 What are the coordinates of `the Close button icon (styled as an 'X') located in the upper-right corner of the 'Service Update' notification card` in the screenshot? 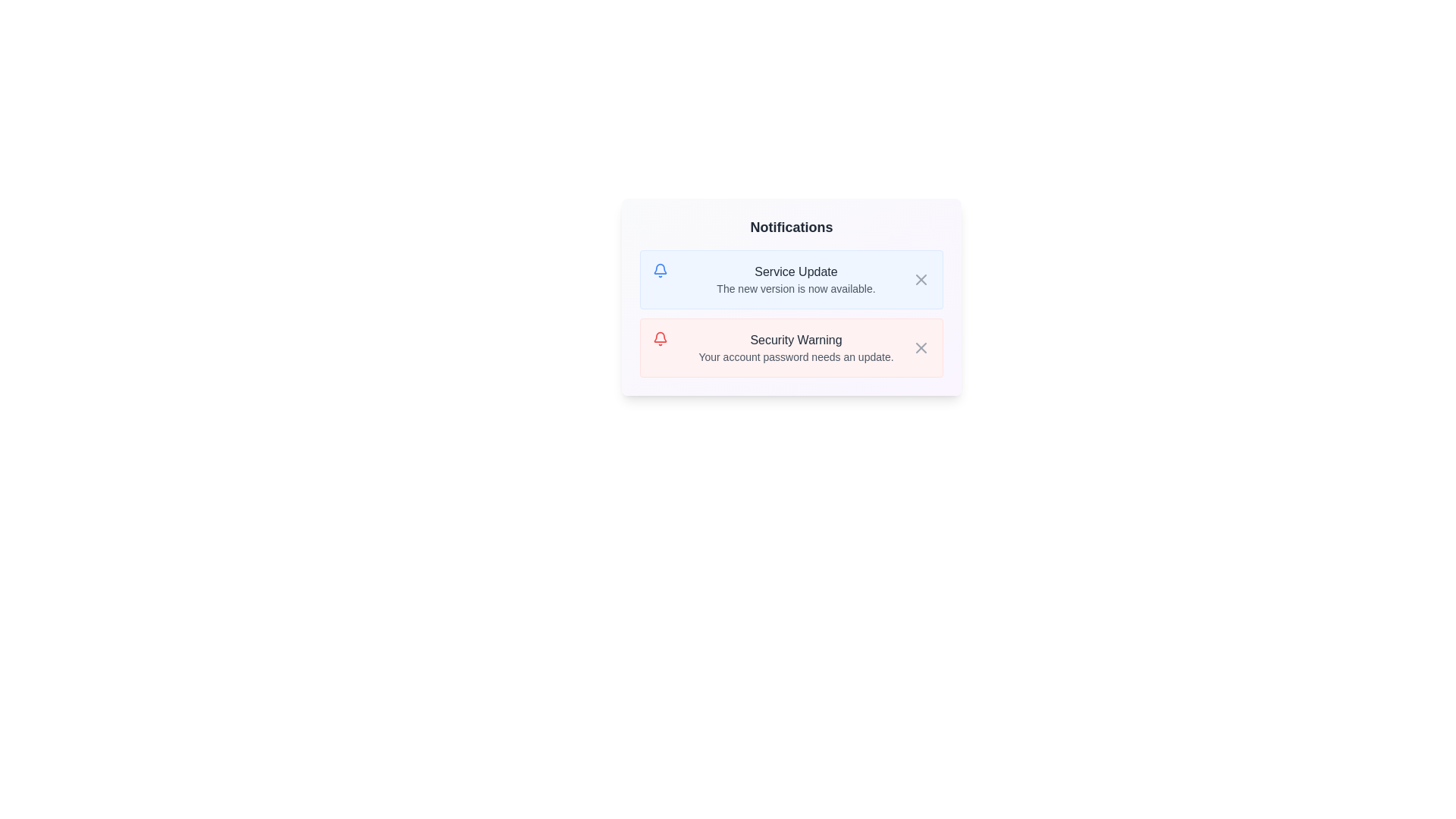 It's located at (920, 280).